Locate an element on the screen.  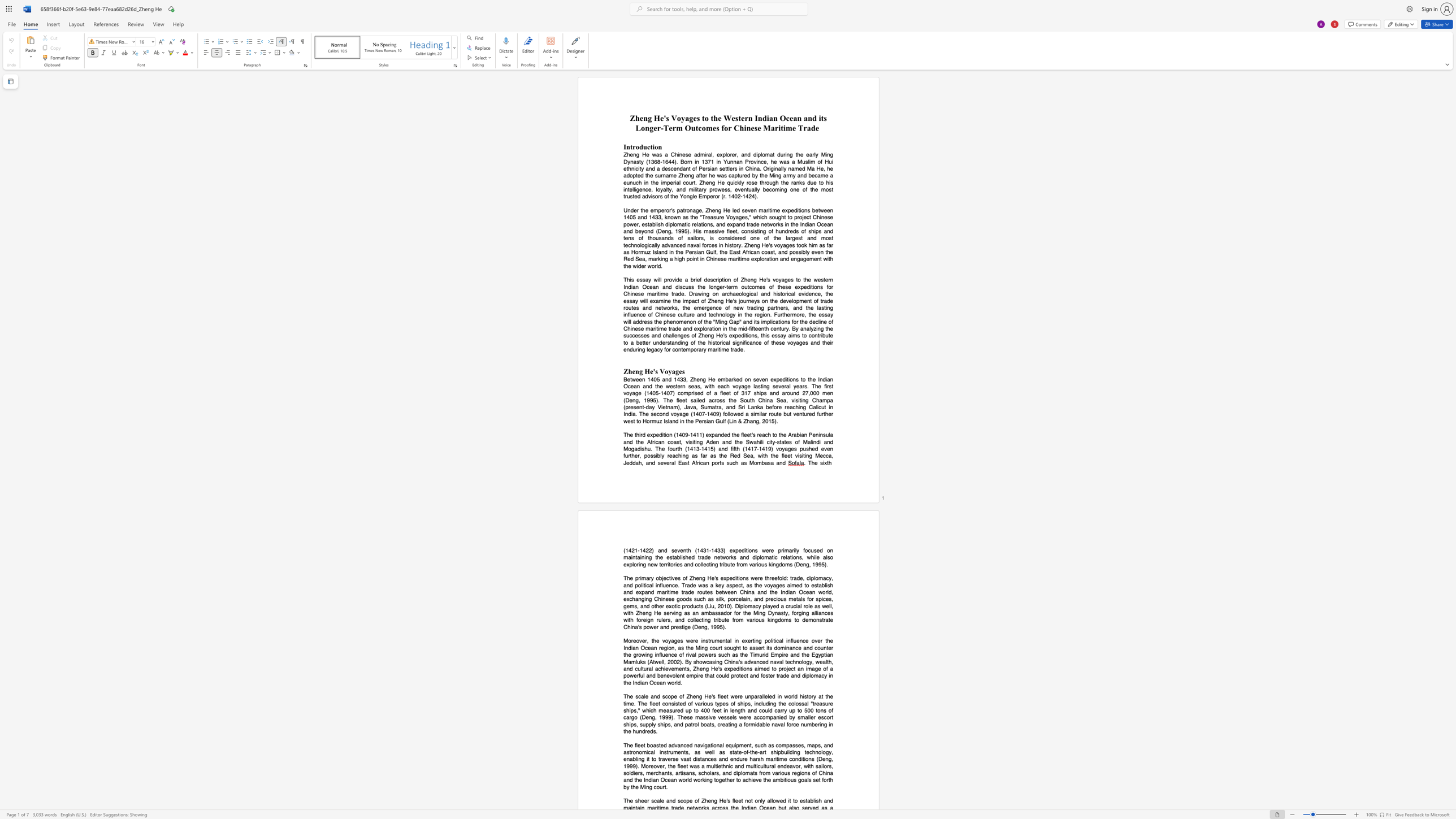
the subset text "ulf (Li" within the text "in India. The second voyage (1407-1409) followed a similar route but ventured further west to Hormuz Island in the Persian Gulf (Lin & Zhang, 2015)." is located at coordinates (719, 420).